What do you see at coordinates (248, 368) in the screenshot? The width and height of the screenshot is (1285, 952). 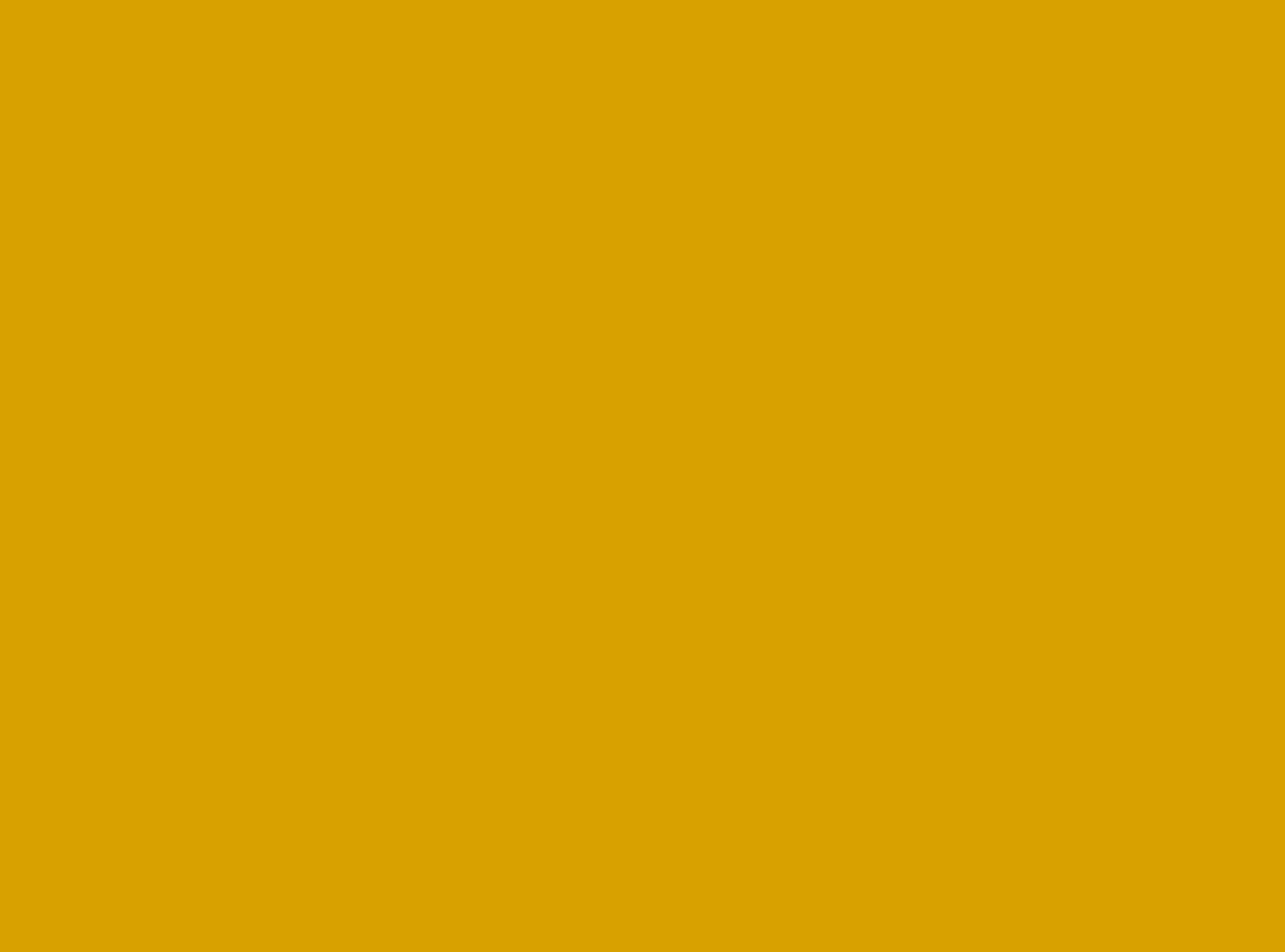 I see `'Salad'` at bounding box center [248, 368].